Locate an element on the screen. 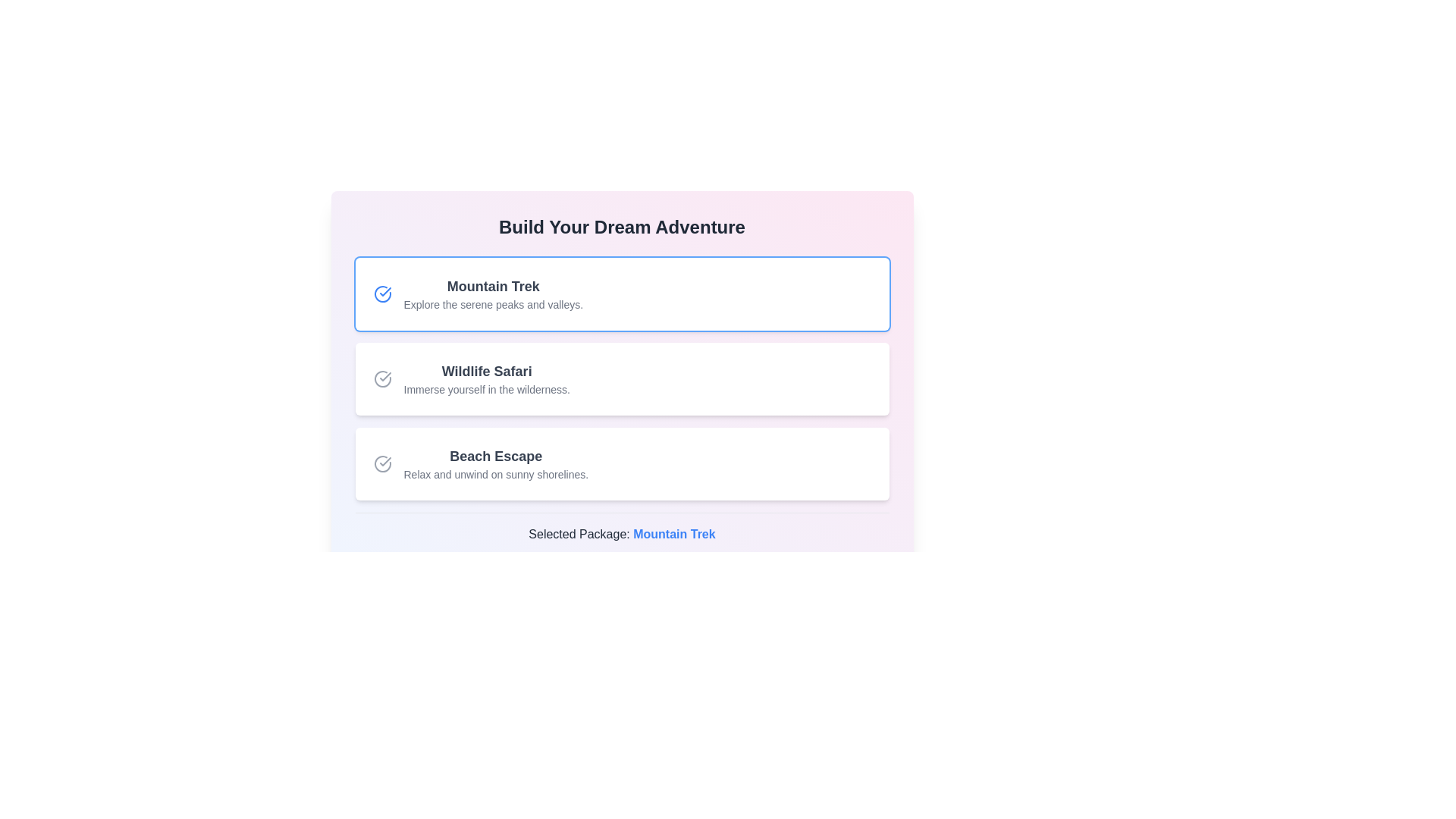  text display showing 'Selected Package: Mountain Trek', which is located at the bottom of the interface under the package options is located at coordinates (622, 534).